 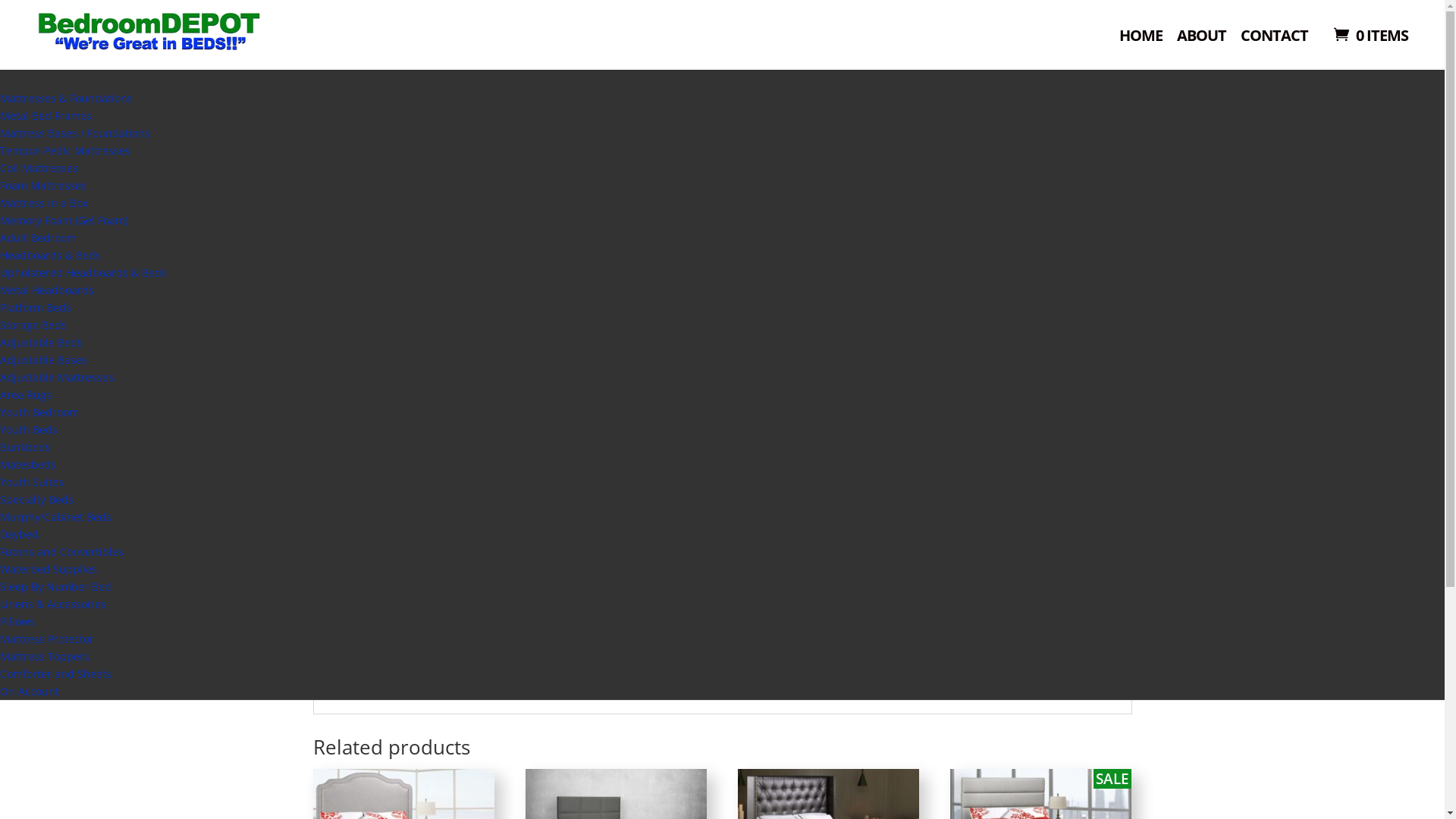 I want to click on 'Bunkbeds', so click(x=25, y=446).